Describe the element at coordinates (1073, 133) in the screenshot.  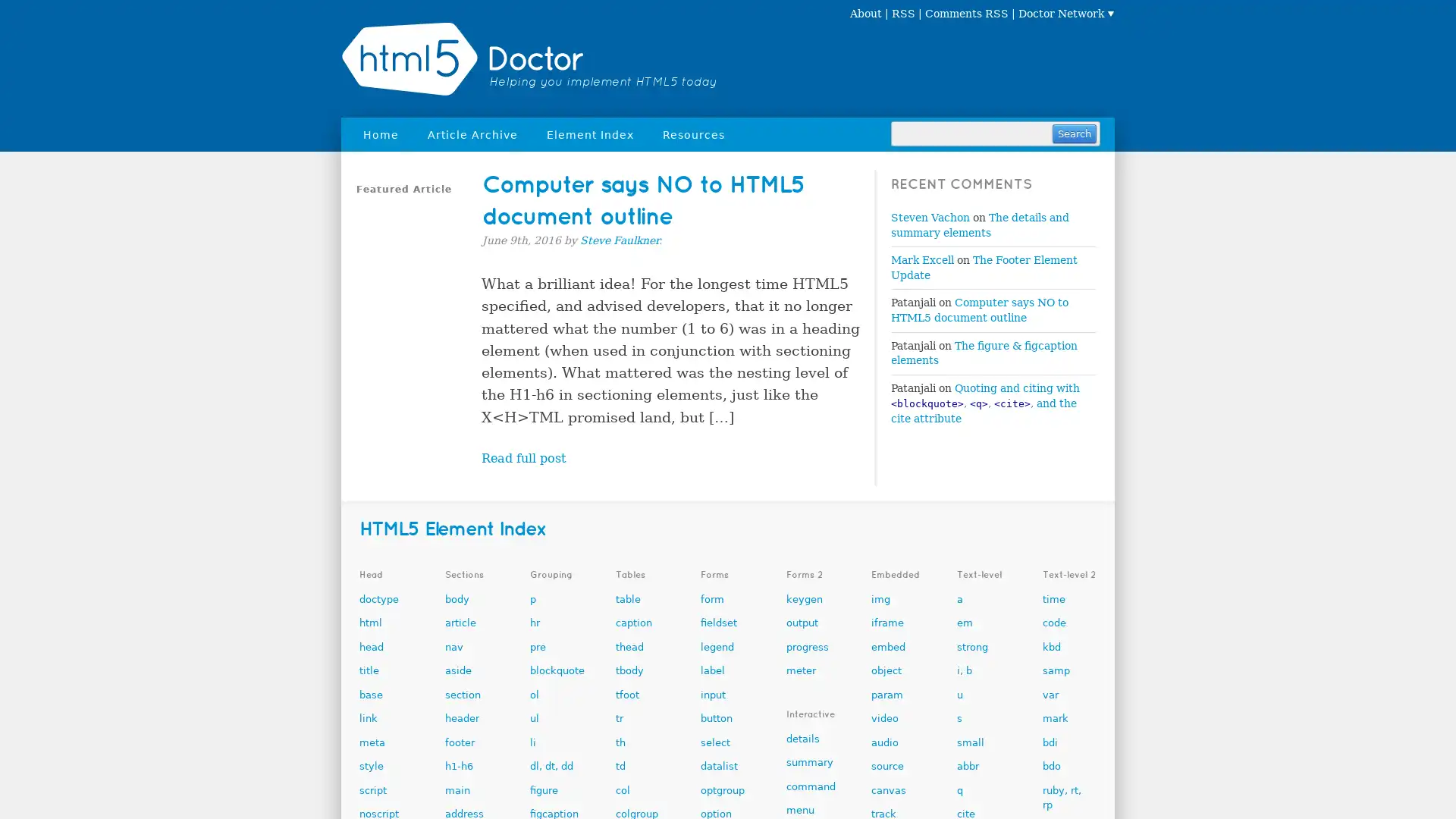
I see `Search` at that location.